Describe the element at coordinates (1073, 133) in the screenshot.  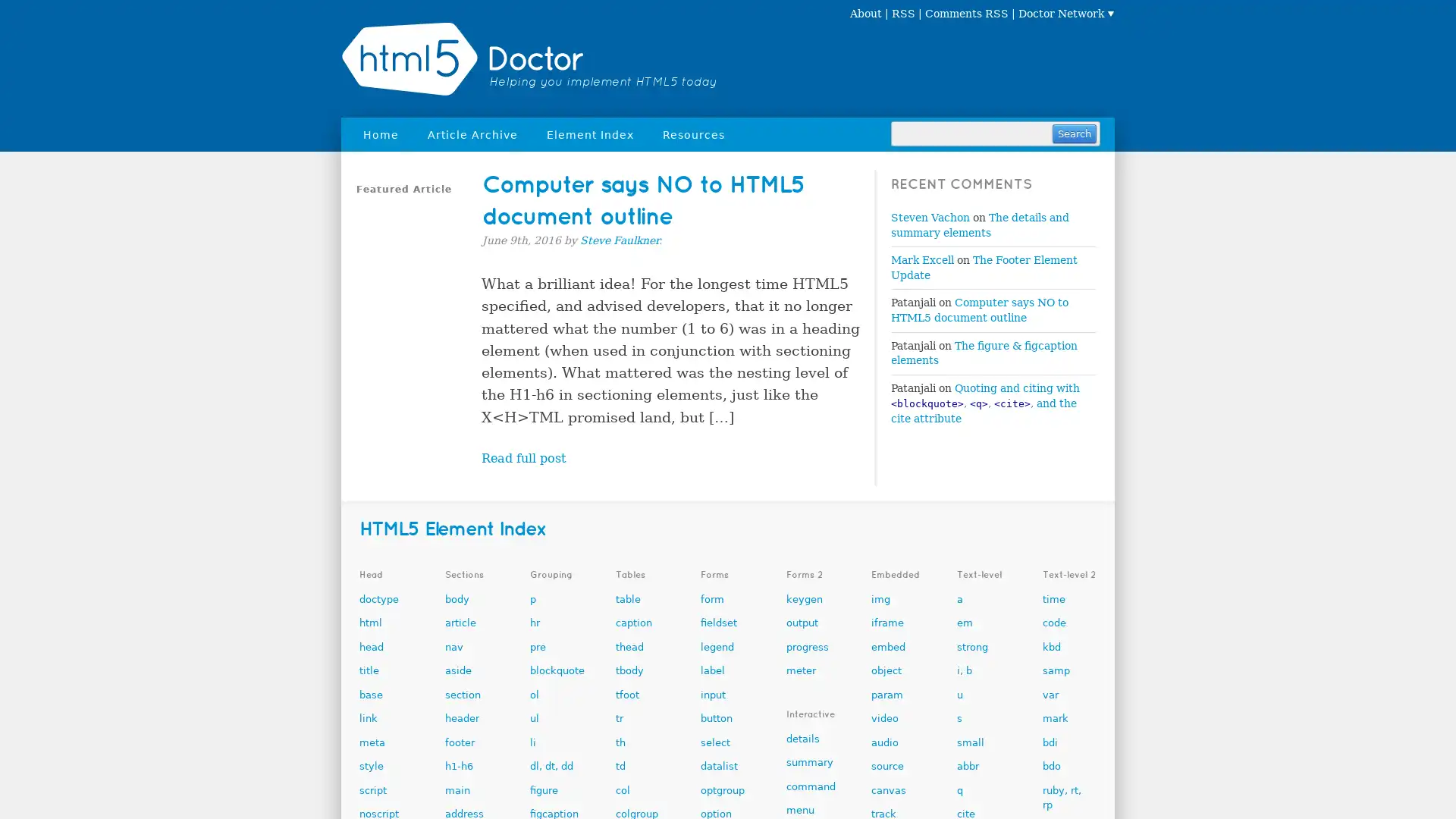
I see `Search` at that location.